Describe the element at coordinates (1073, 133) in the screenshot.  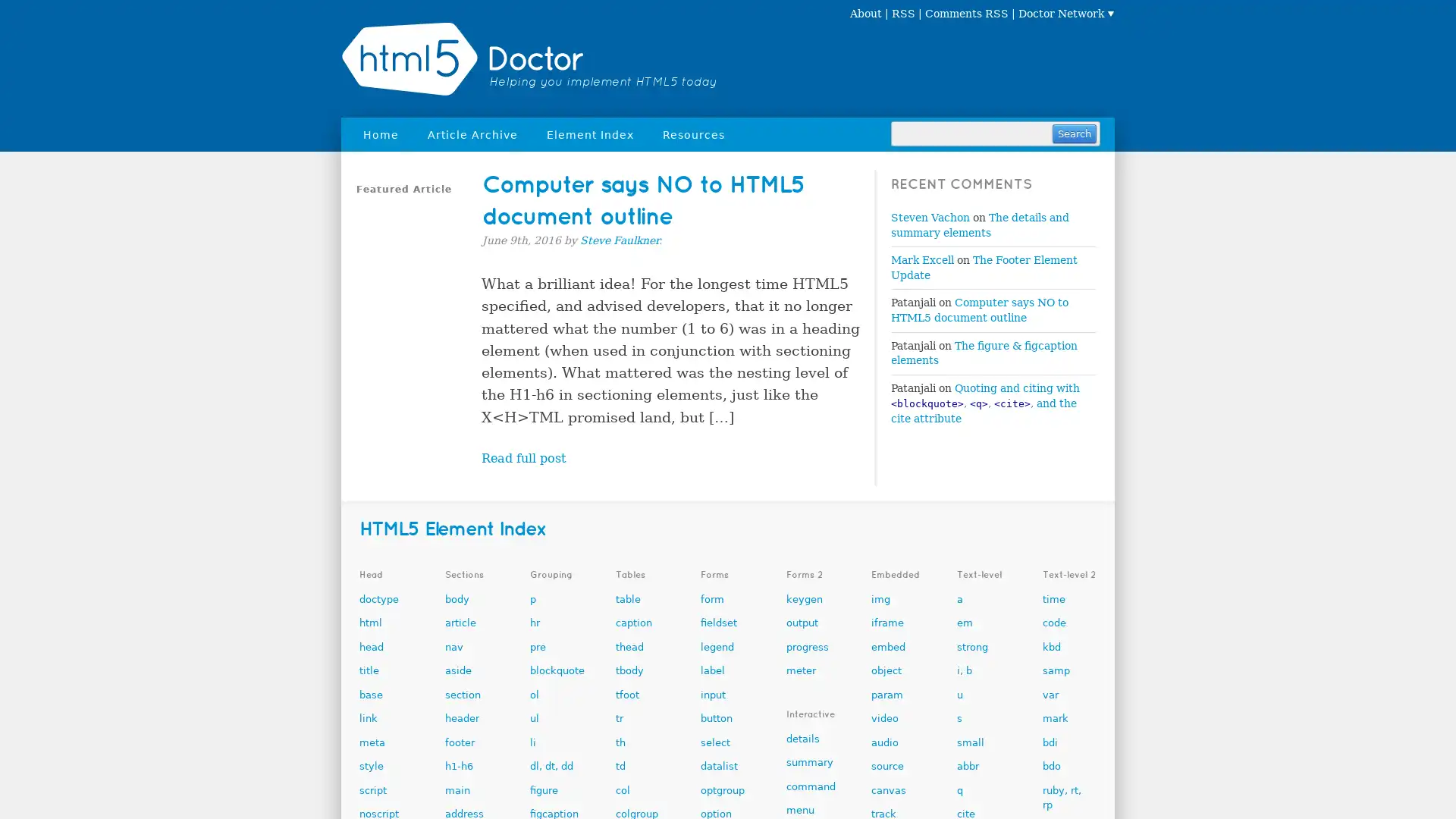
I see `Search` at that location.